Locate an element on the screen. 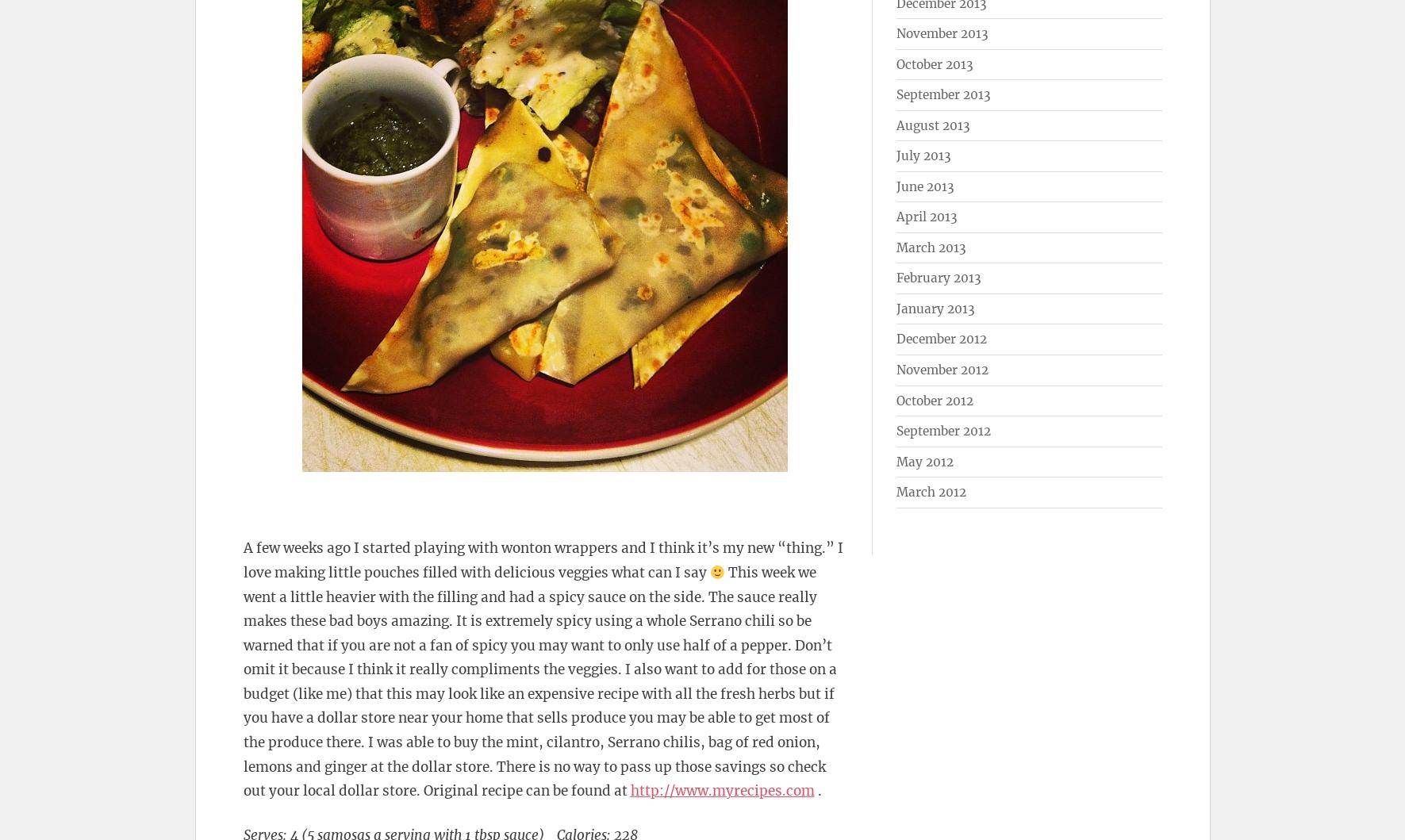  'June 2013' is located at coordinates (924, 186).